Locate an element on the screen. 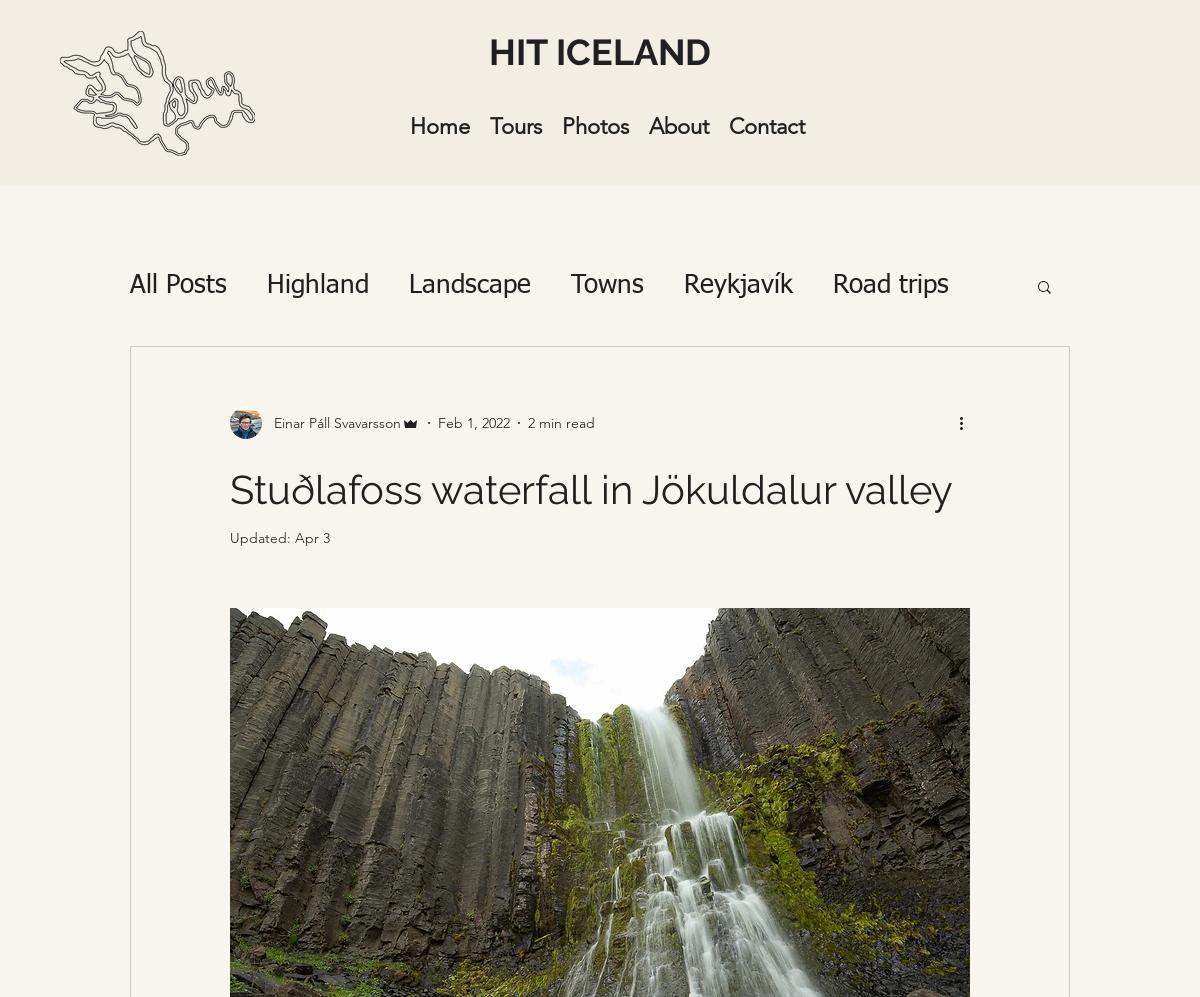 The width and height of the screenshot is (1200, 997). 'Einar Páll Svavarsson' is located at coordinates (337, 421).